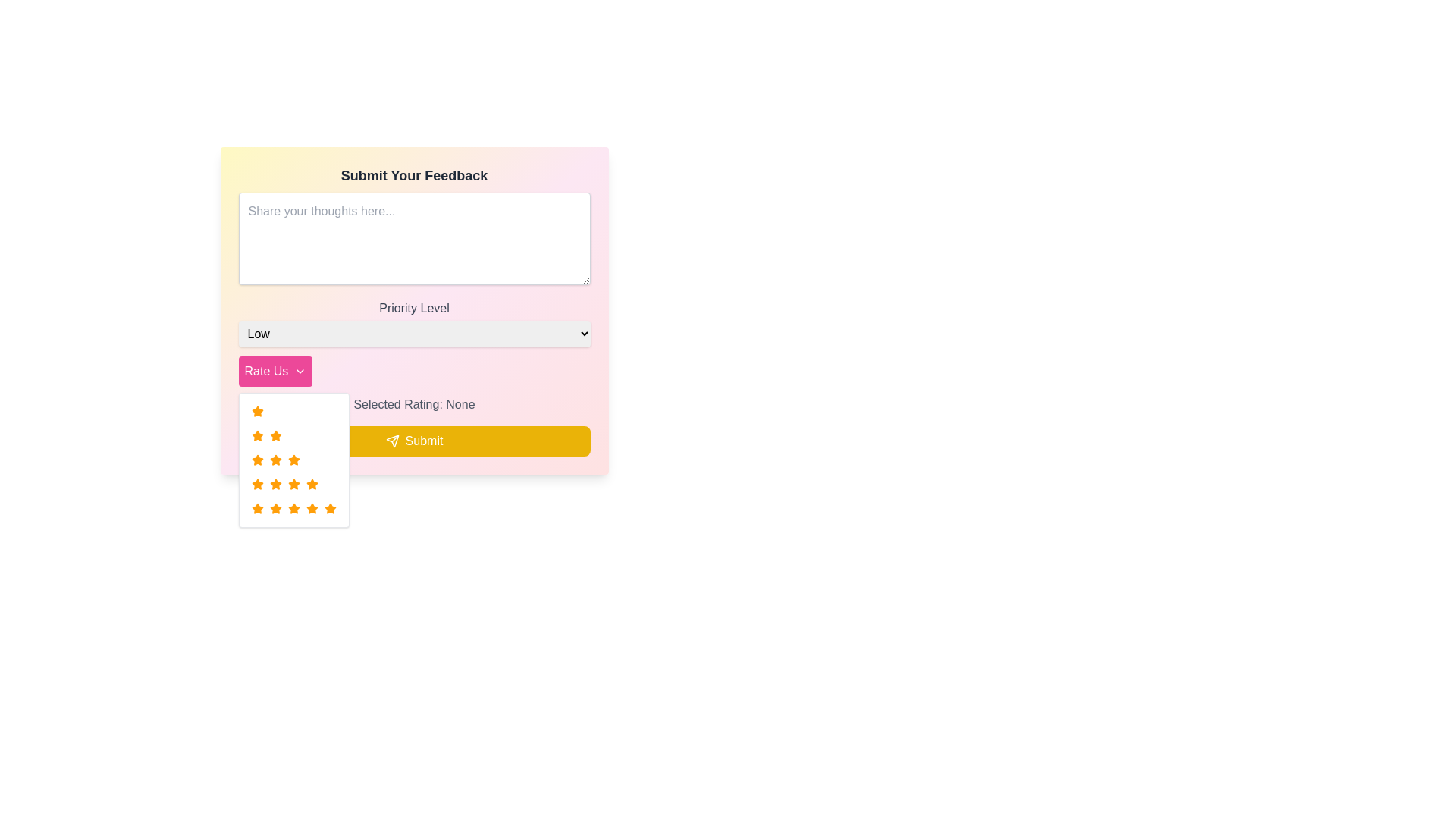 This screenshot has width=1456, height=819. What do you see at coordinates (293, 509) in the screenshot?
I see `the fifth star in the horizontal line of seven rating stars located in the dropdown menu under the 'Rate Us' button` at bounding box center [293, 509].